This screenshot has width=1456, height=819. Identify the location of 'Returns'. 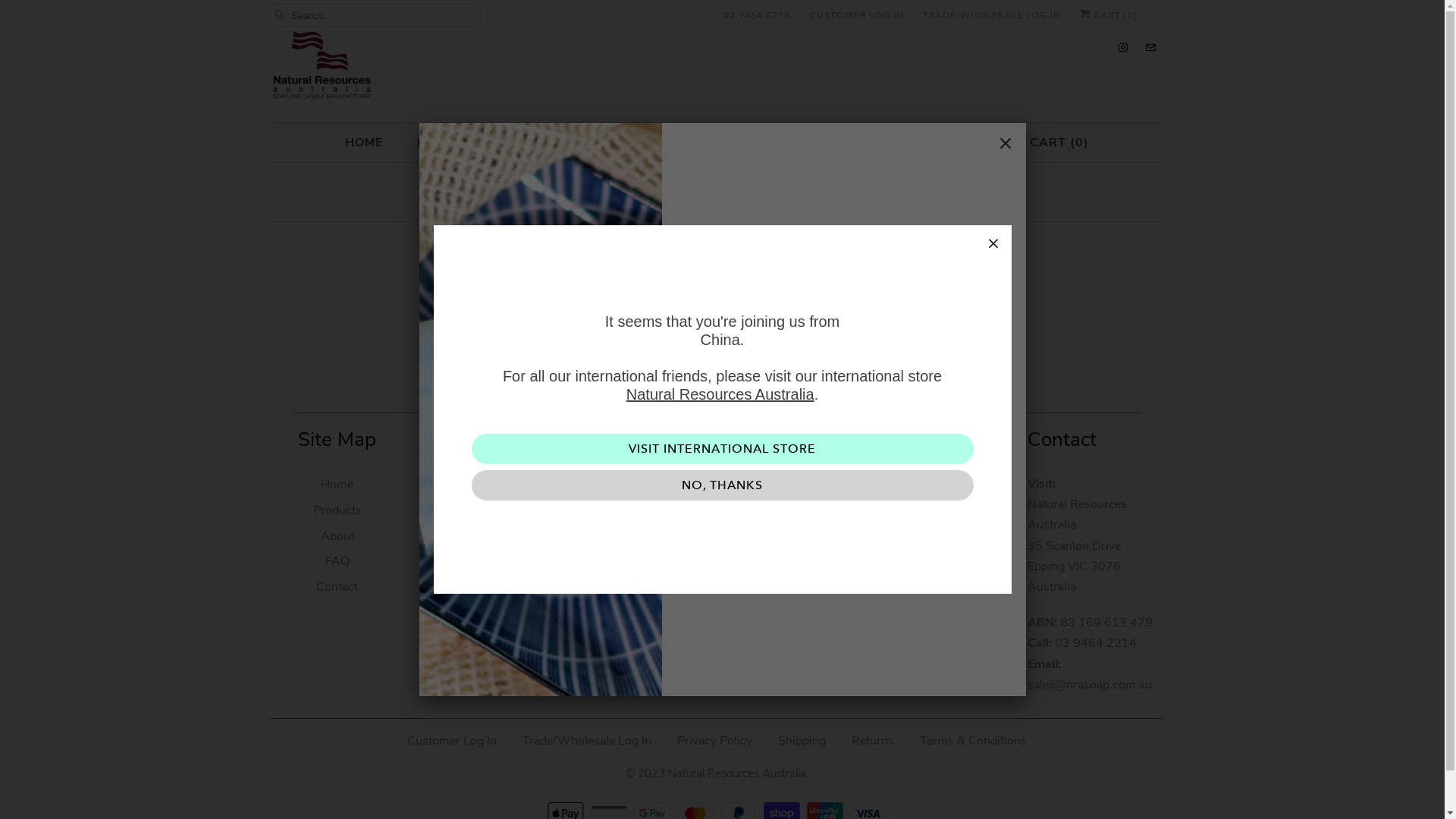
(872, 739).